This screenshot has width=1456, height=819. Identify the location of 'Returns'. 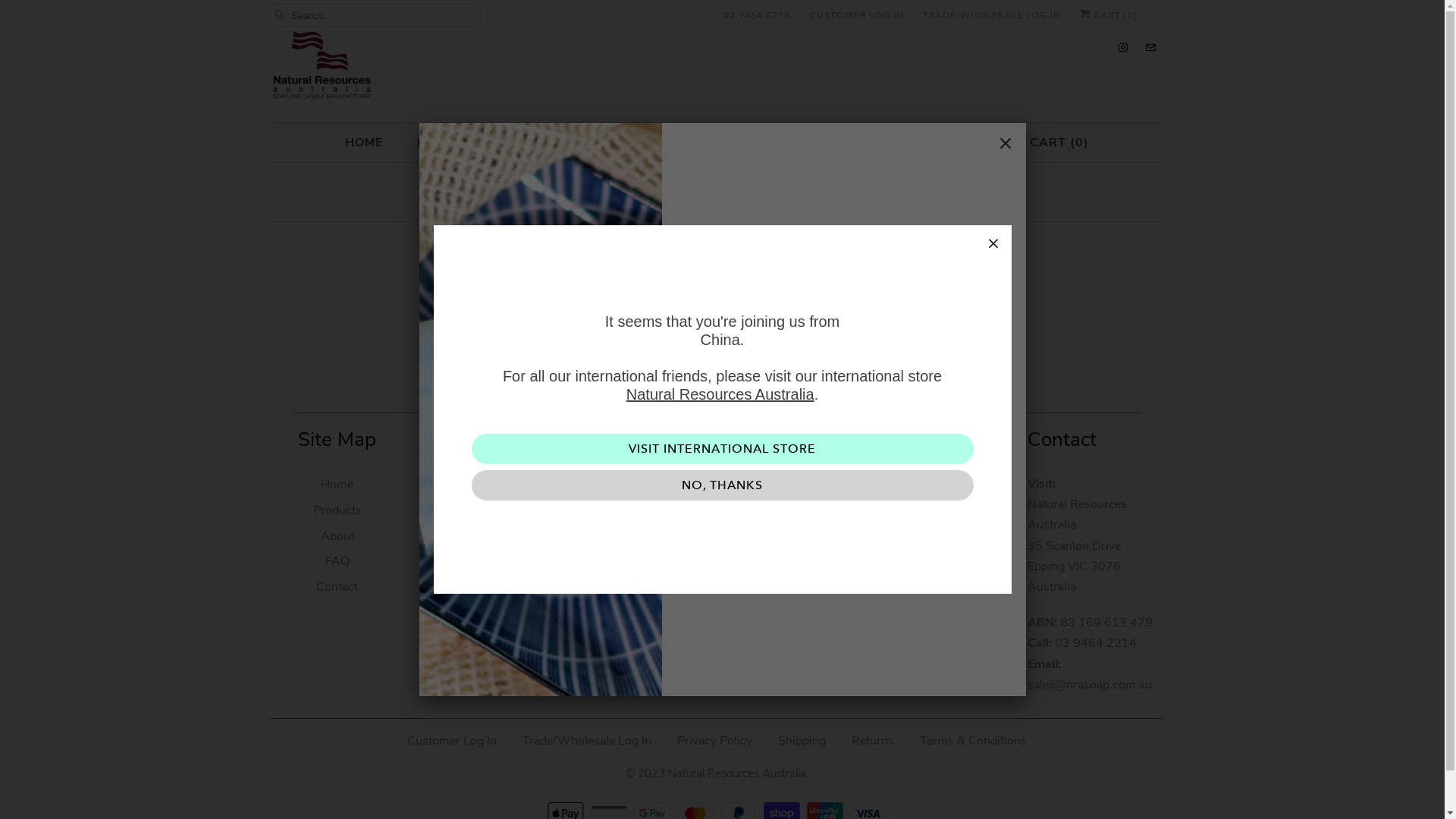
(872, 739).